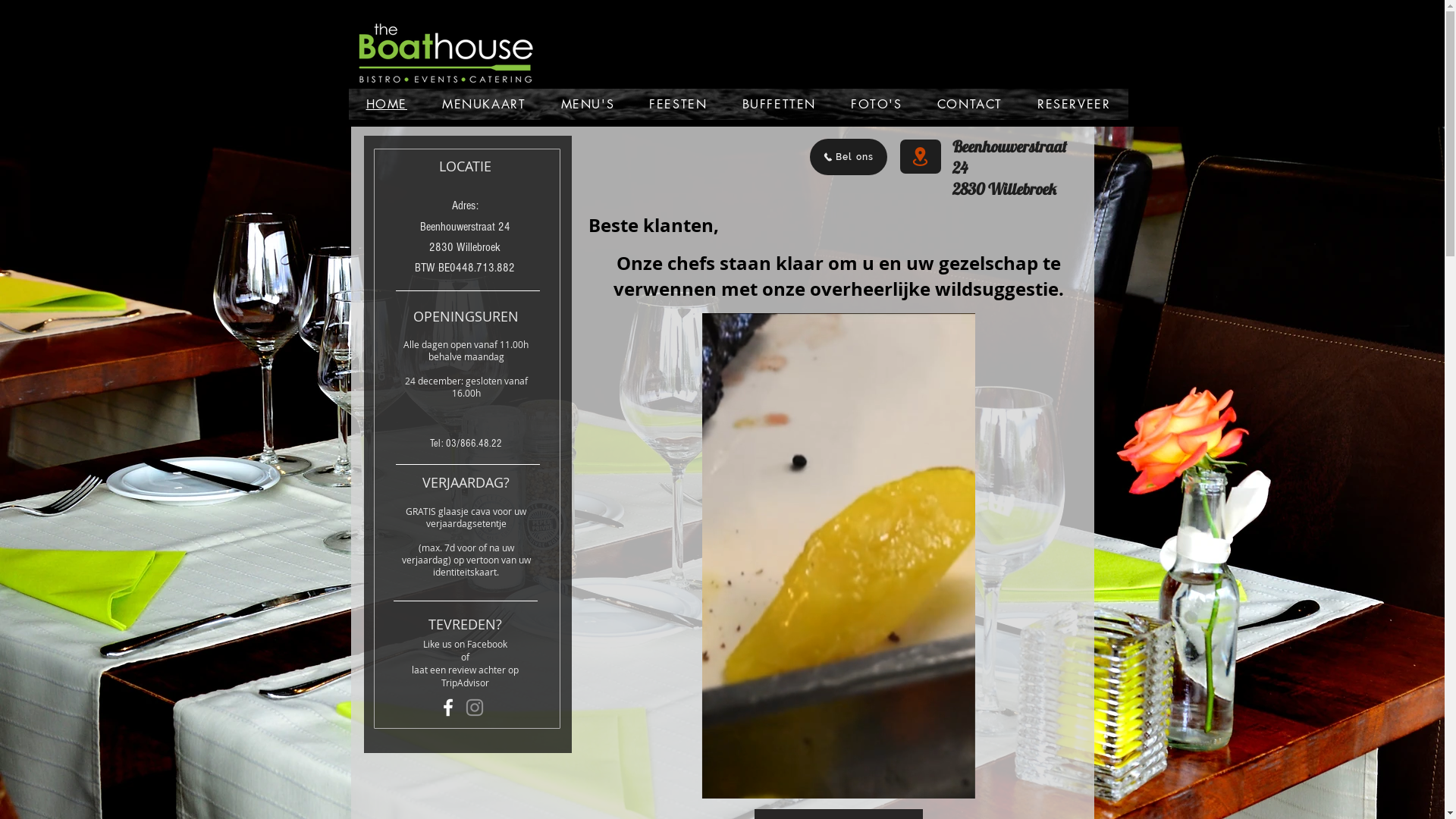 This screenshot has width=1456, height=819. What do you see at coordinates (425, 103) in the screenshot?
I see `'MENUKAART'` at bounding box center [425, 103].